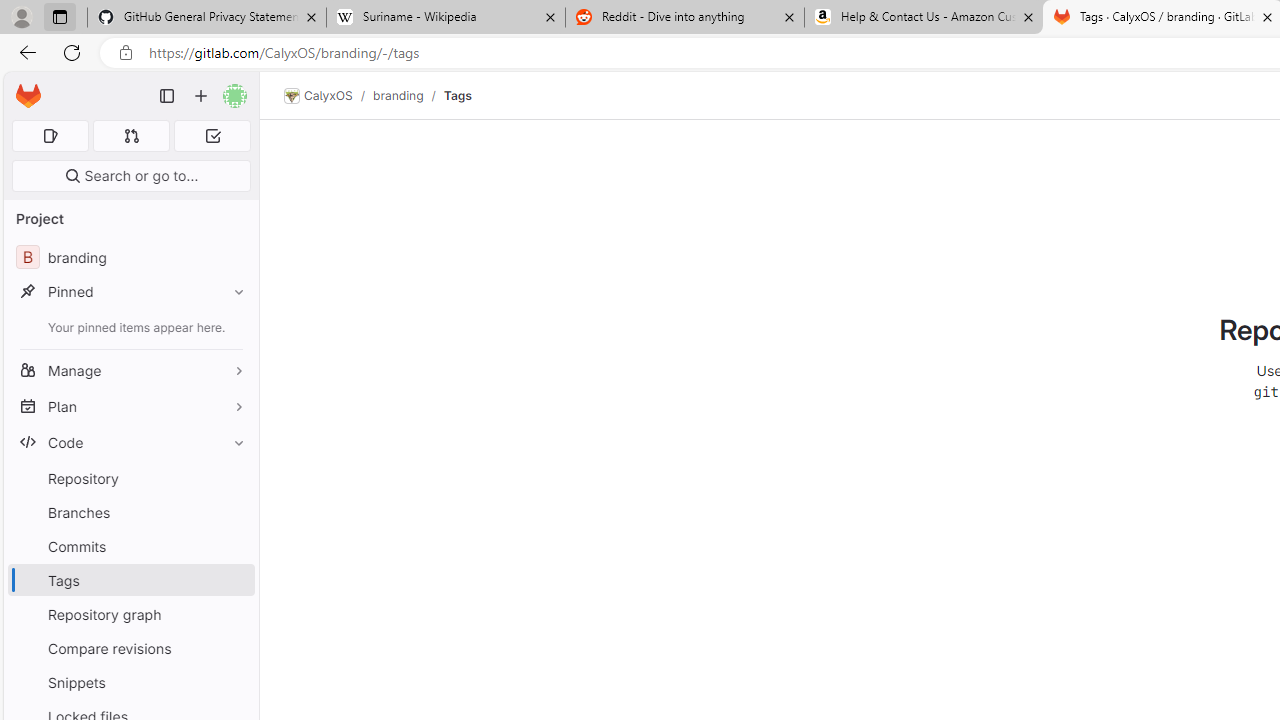 This screenshot has width=1280, height=720. What do you see at coordinates (201, 96) in the screenshot?
I see `'Create new...'` at bounding box center [201, 96].